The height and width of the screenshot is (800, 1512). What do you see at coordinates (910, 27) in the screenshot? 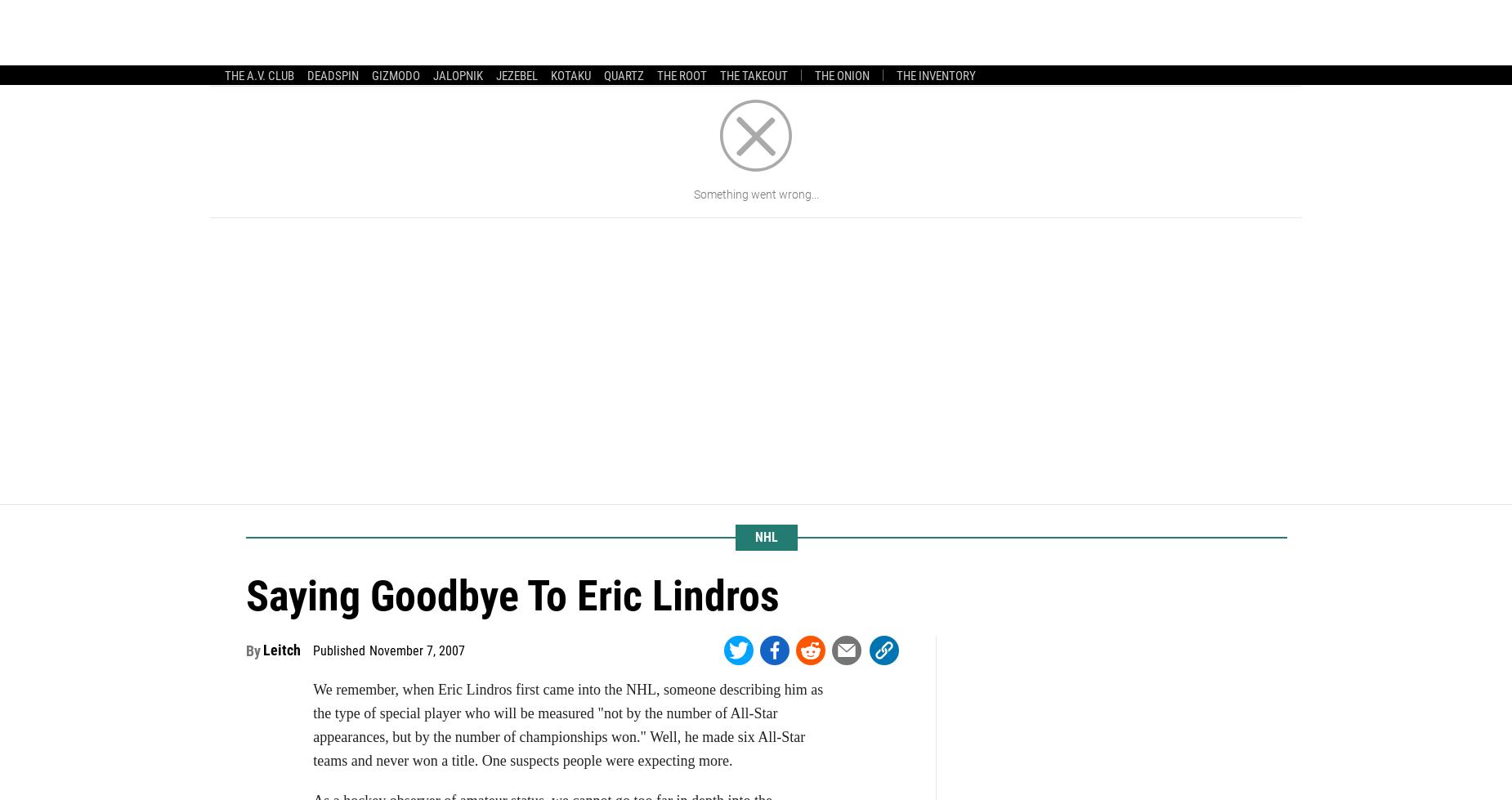
I see `'Golf'` at bounding box center [910, 27].